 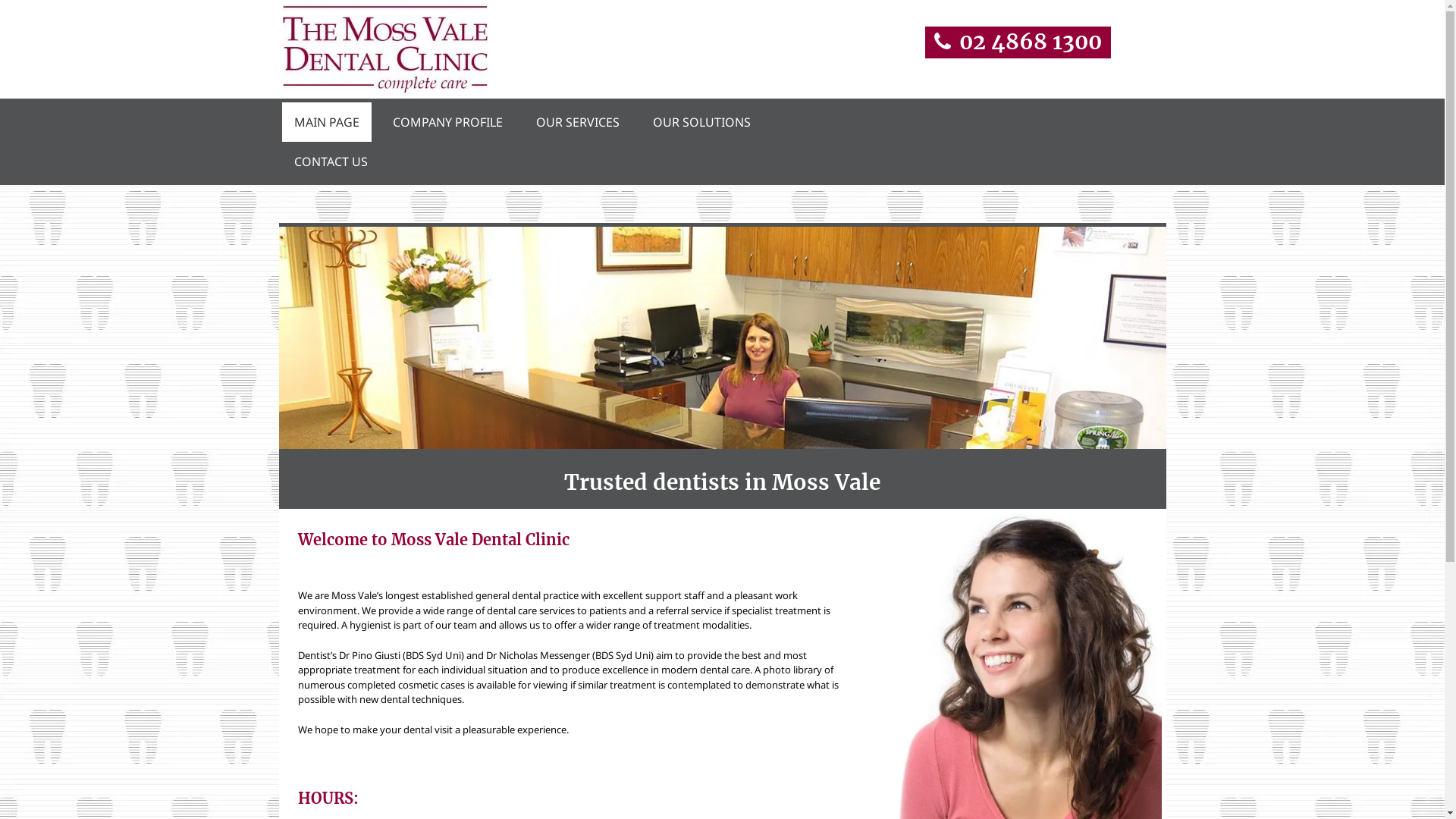 I want to click on 'MAIN PAGE', so click(x=282, y=121).